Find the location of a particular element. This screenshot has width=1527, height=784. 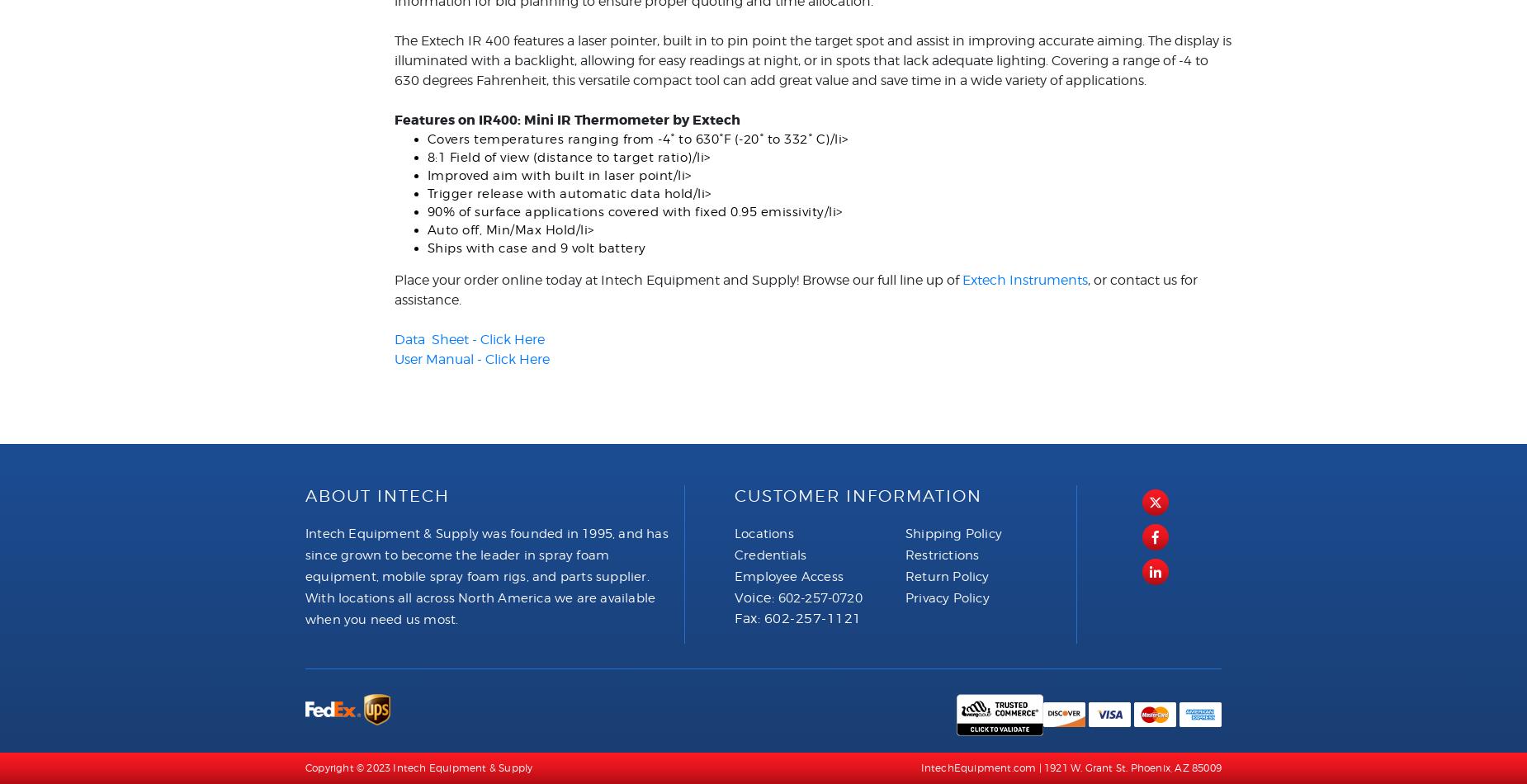

'Return Policy' is located at coordinates (946, 575).